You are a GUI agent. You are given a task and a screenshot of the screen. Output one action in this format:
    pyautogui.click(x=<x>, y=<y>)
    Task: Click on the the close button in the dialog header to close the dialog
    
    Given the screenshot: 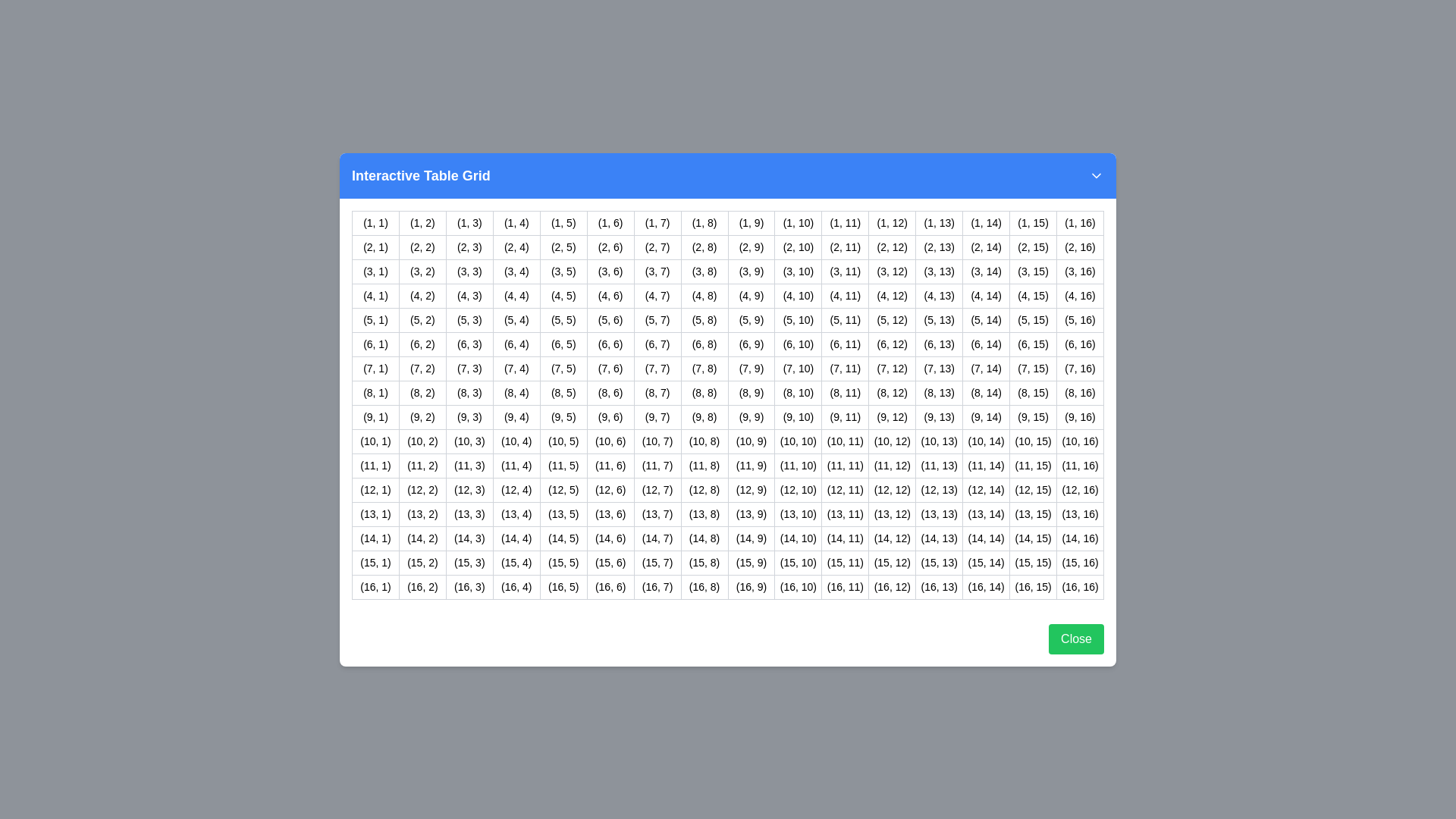 What is the action you would take?
    pyautogui.click(x=1096, y=174)
    